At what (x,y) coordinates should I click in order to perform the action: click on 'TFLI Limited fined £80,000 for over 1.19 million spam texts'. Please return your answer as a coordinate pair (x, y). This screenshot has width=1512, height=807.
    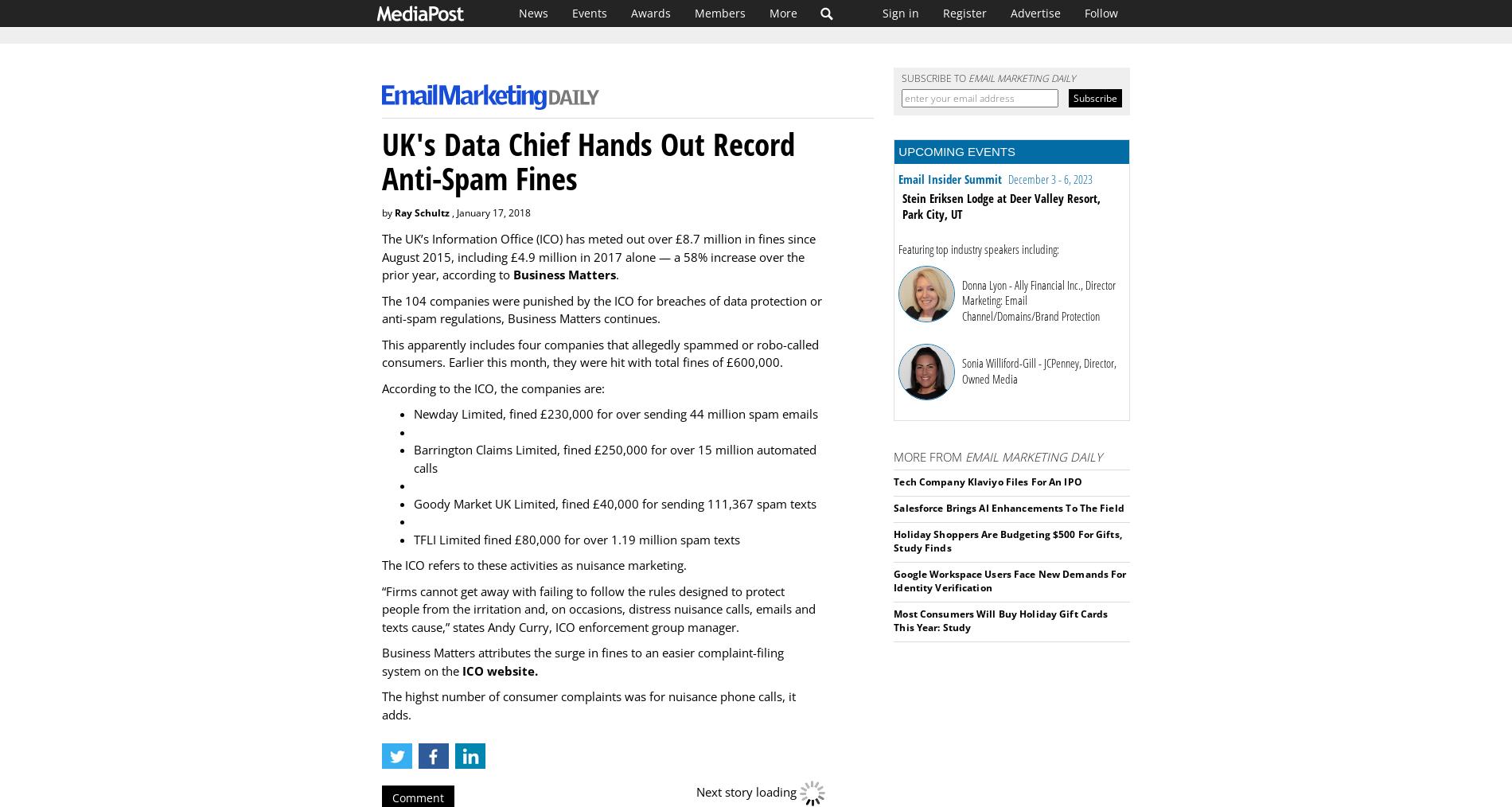
    Looking at the image, I should click on (576, 538).